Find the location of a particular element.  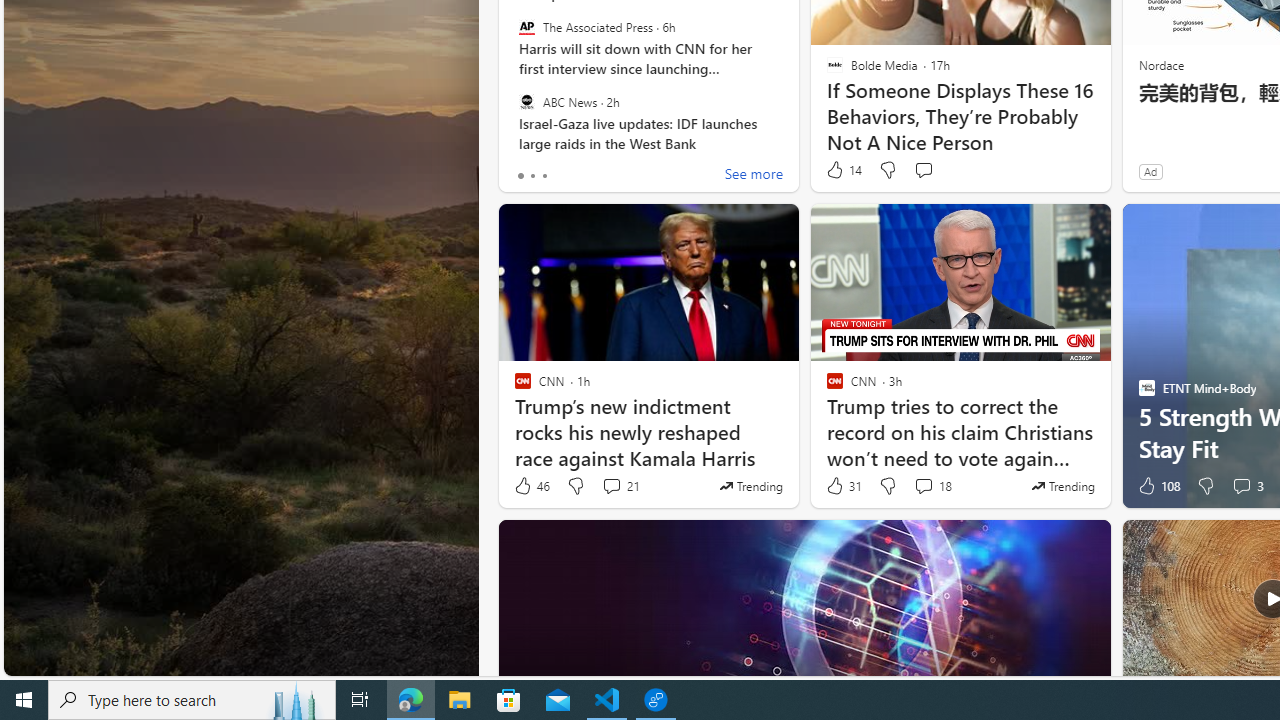

'View comments 18 Comment' is located at coordinates (922, 486).